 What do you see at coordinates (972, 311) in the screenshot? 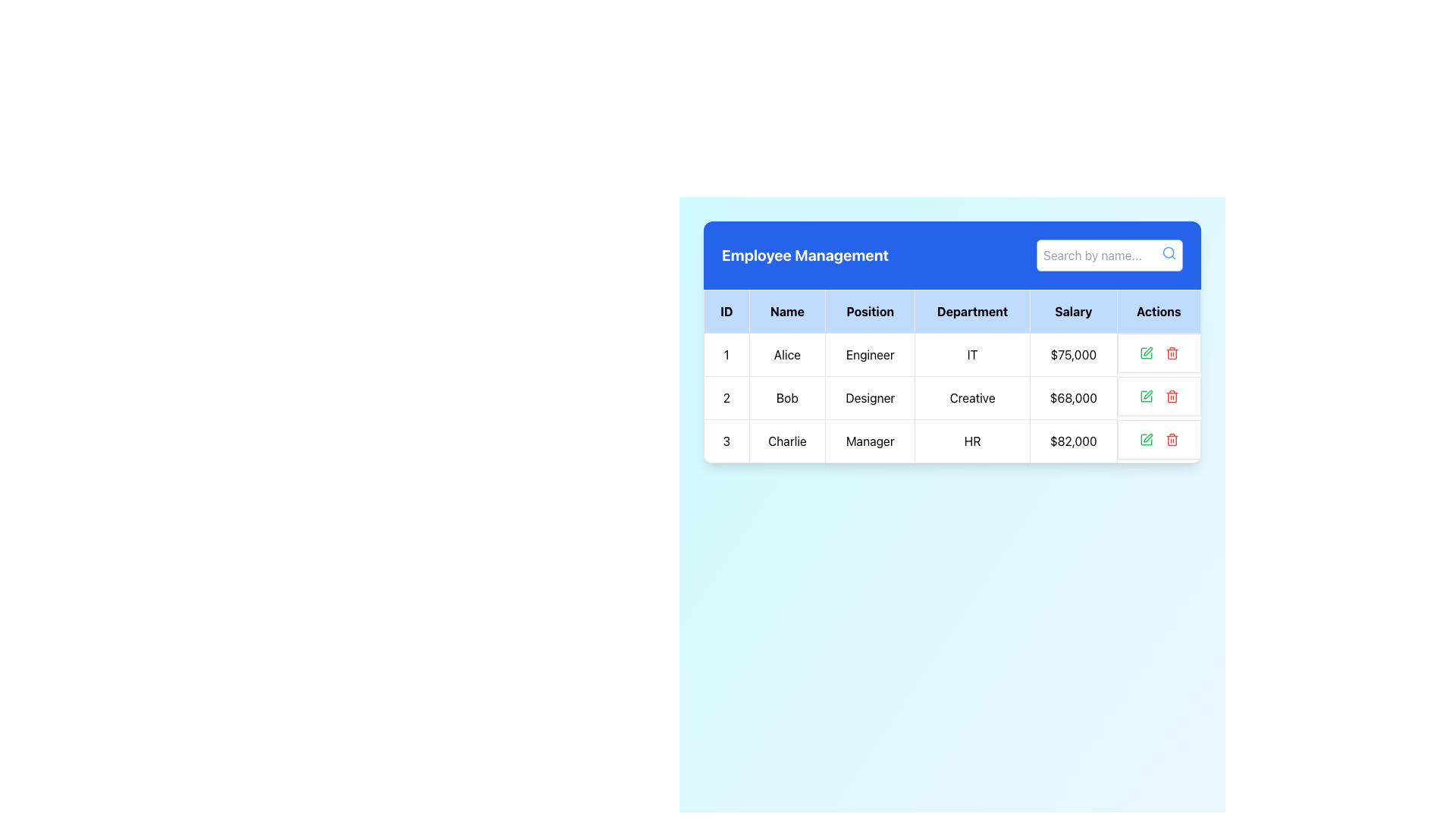
I see `the fourth column header labeled 'Department' in the table, which is positioned between 'Position' and 'Salary'` at bounding box center [972, 311].